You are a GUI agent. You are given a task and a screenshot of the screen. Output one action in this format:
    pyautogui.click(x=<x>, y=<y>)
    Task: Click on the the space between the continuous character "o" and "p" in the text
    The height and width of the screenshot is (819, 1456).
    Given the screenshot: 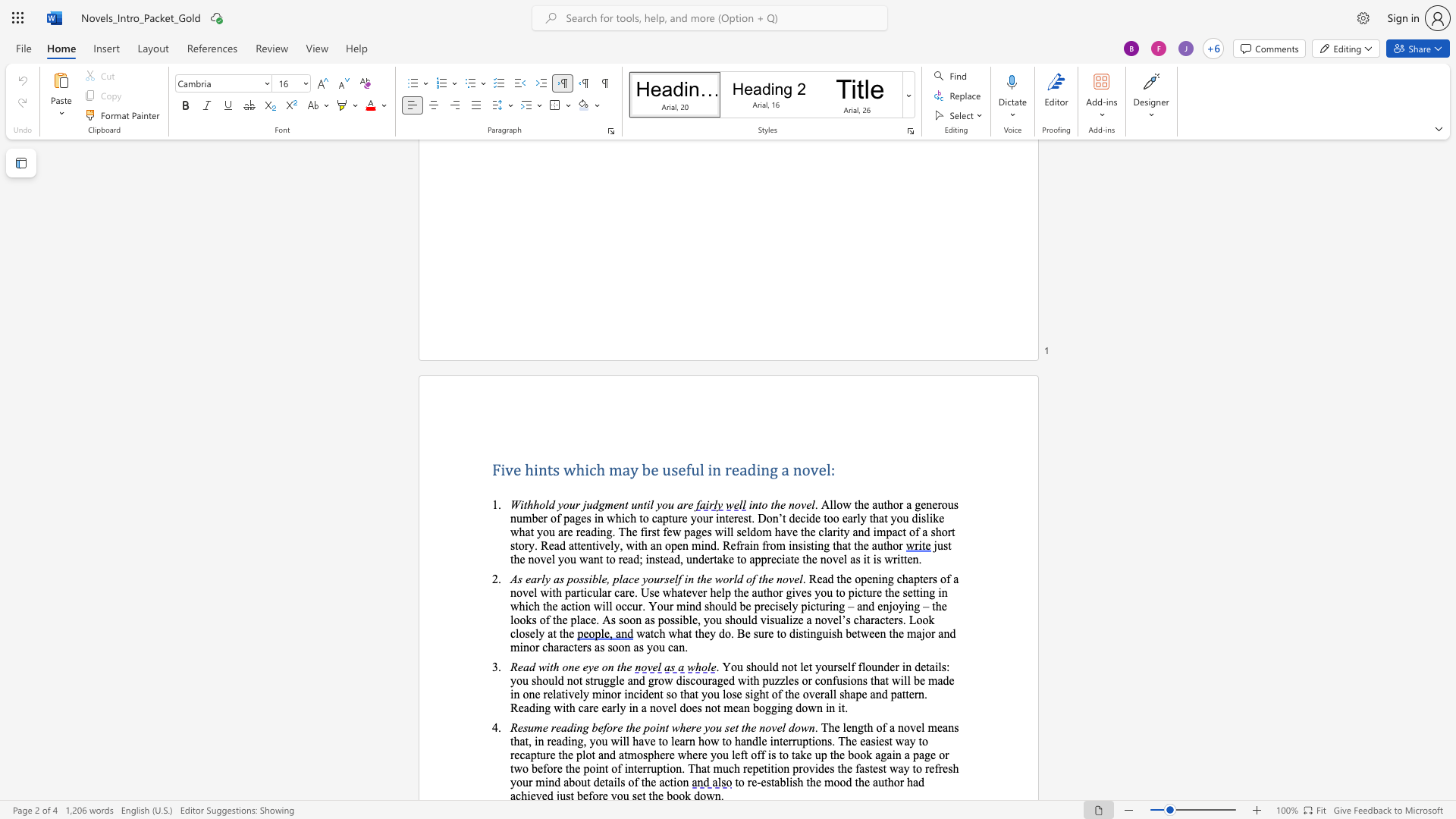 What is the action you would take?
    pyautogui.click(x=670, y=544)
    